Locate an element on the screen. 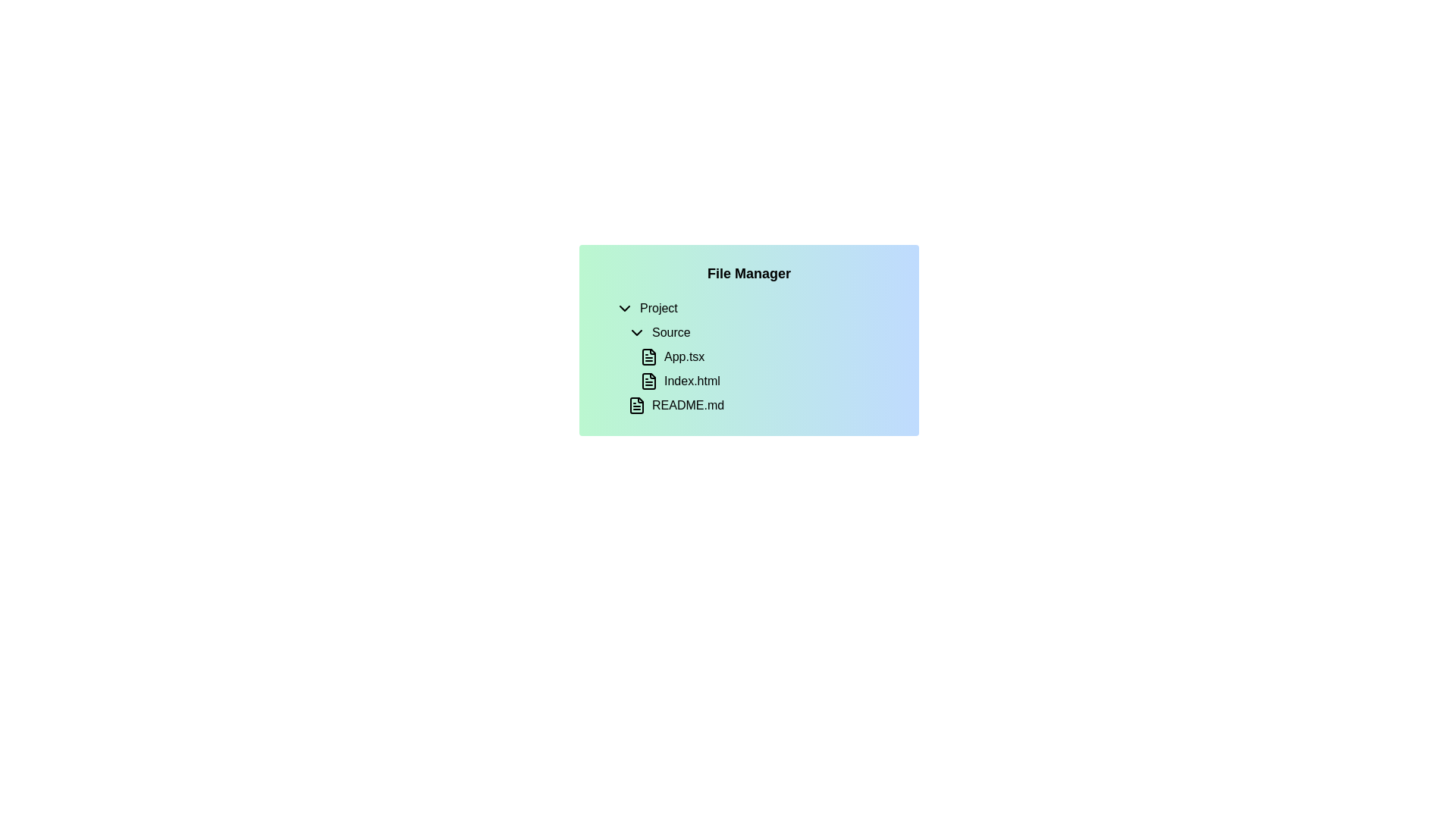 Image resolution: width=1456 pixels, height=819 pixels. the chevron icon next to the 'Source' label is located at coordinates (637, 332).